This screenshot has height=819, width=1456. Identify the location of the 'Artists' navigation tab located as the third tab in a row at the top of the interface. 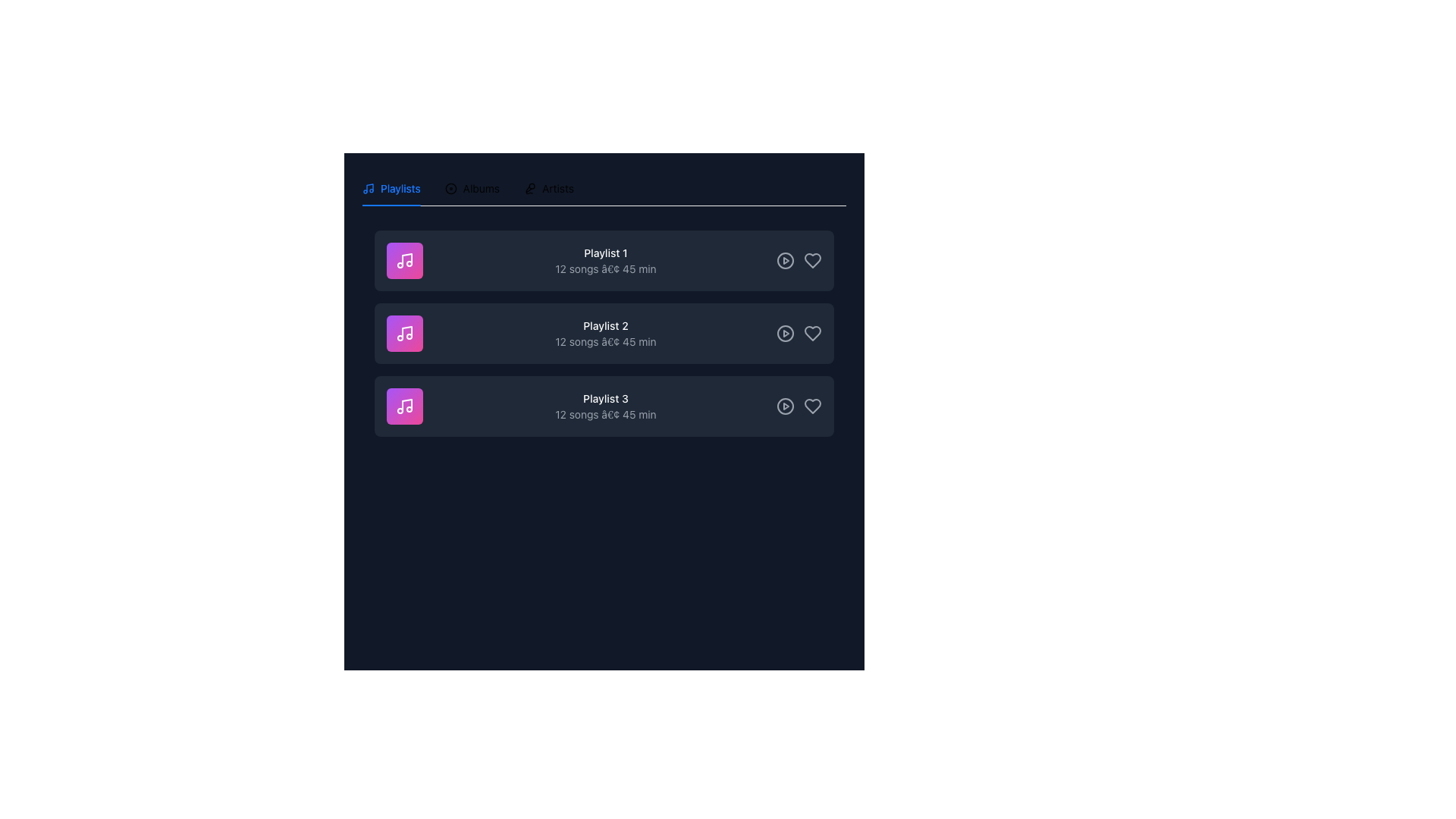
(548, 188).